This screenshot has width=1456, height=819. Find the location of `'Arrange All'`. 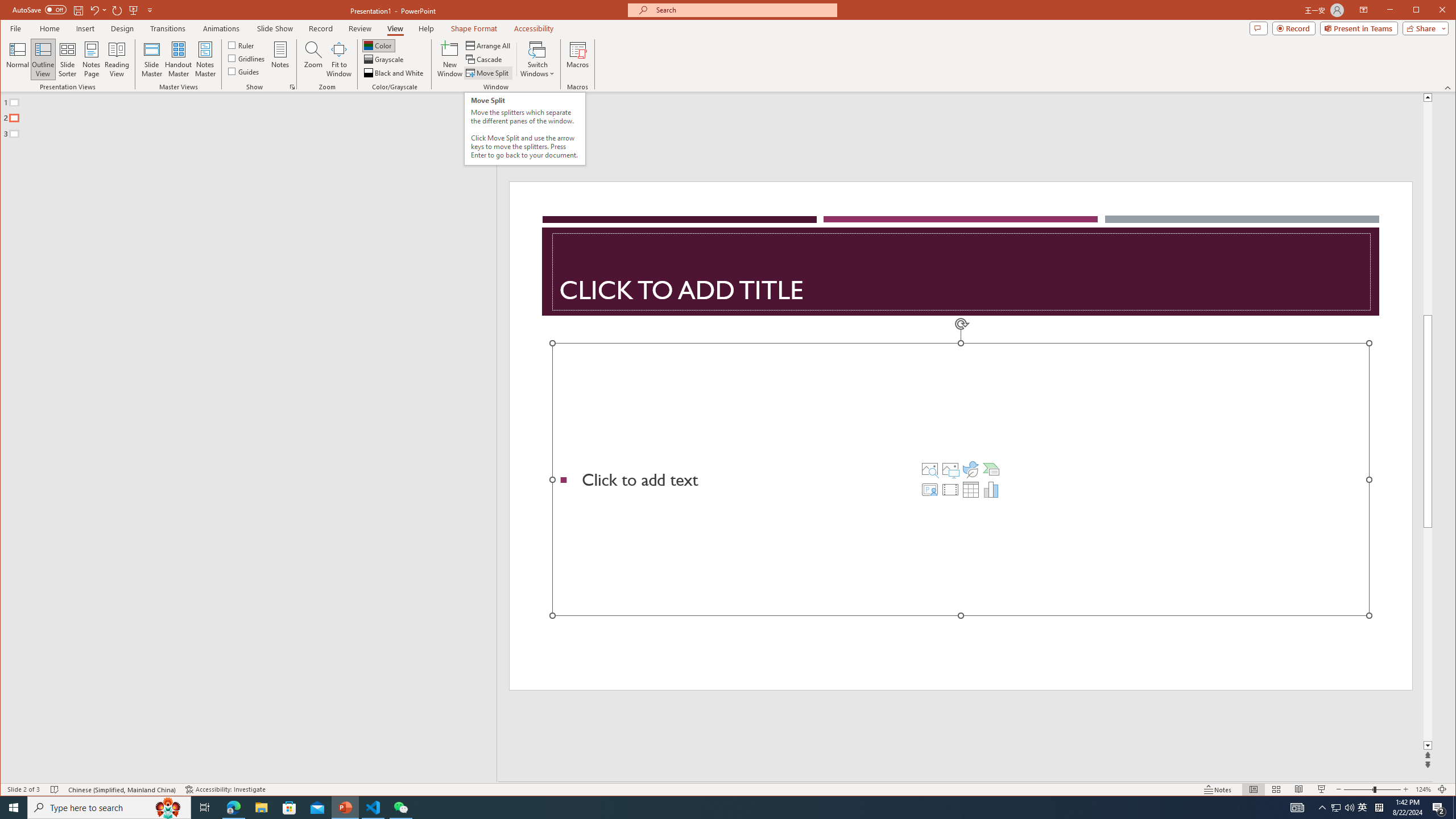

'Arrange All' is located at coordinates (489, 45).